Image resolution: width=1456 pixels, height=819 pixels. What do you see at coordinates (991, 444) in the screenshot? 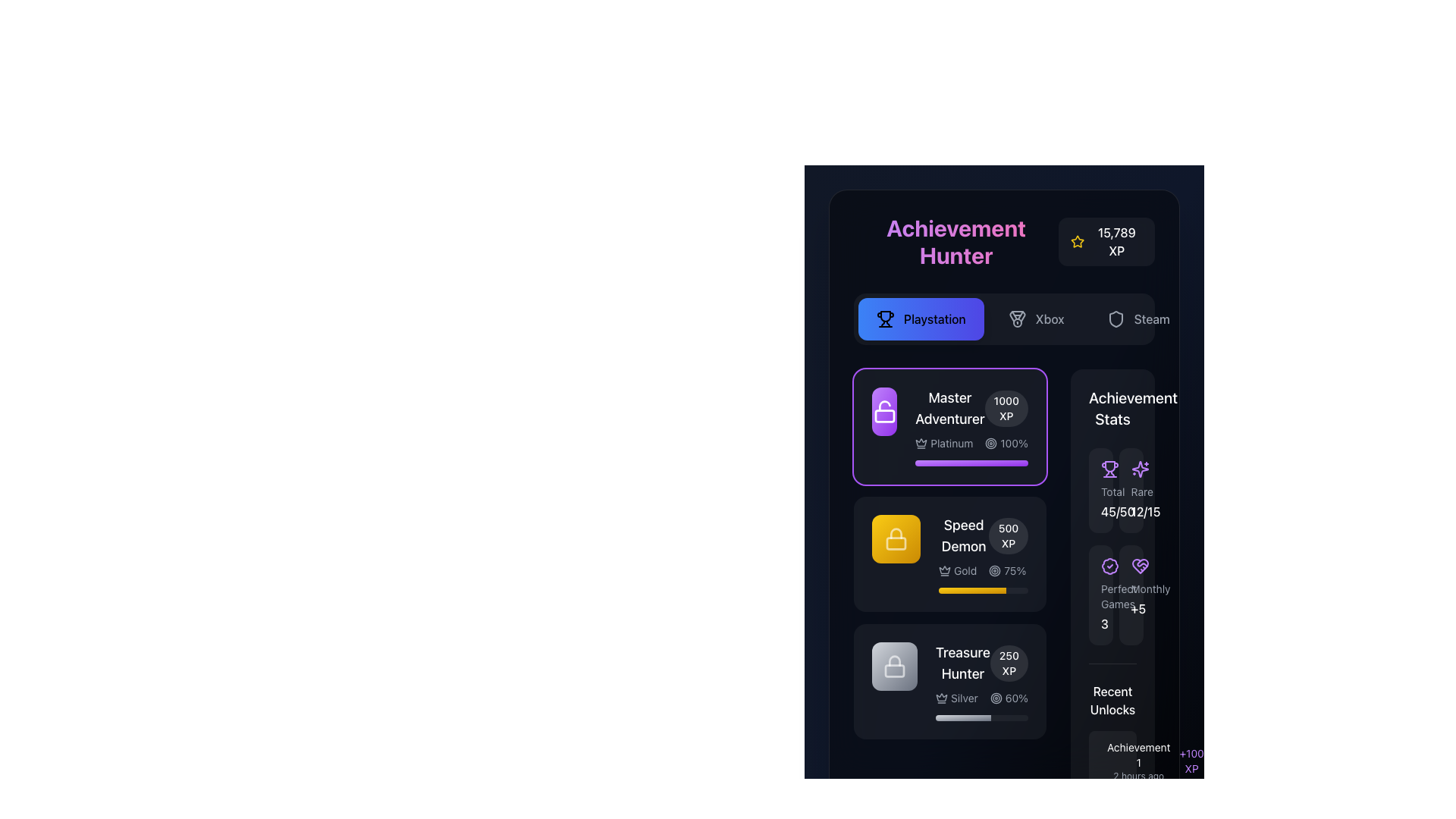
I see `the circular icon with three concentric circles, styled with thin strokes against a dark background, located to the left of the text '100%'` at bounding box center [991, 444].